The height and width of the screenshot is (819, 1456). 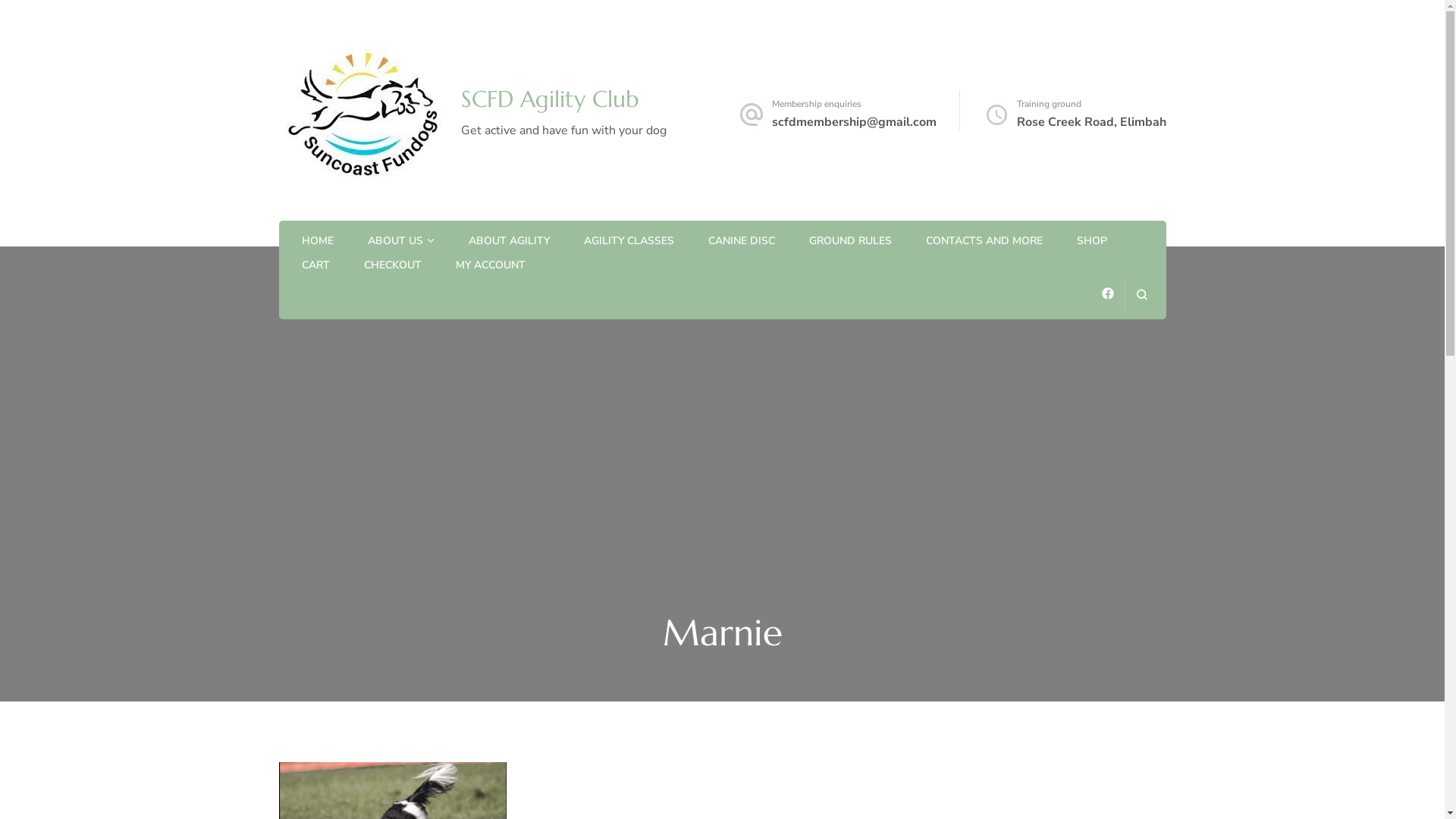 I want to click on 'ABOUT US', so click(x=394, y=241).